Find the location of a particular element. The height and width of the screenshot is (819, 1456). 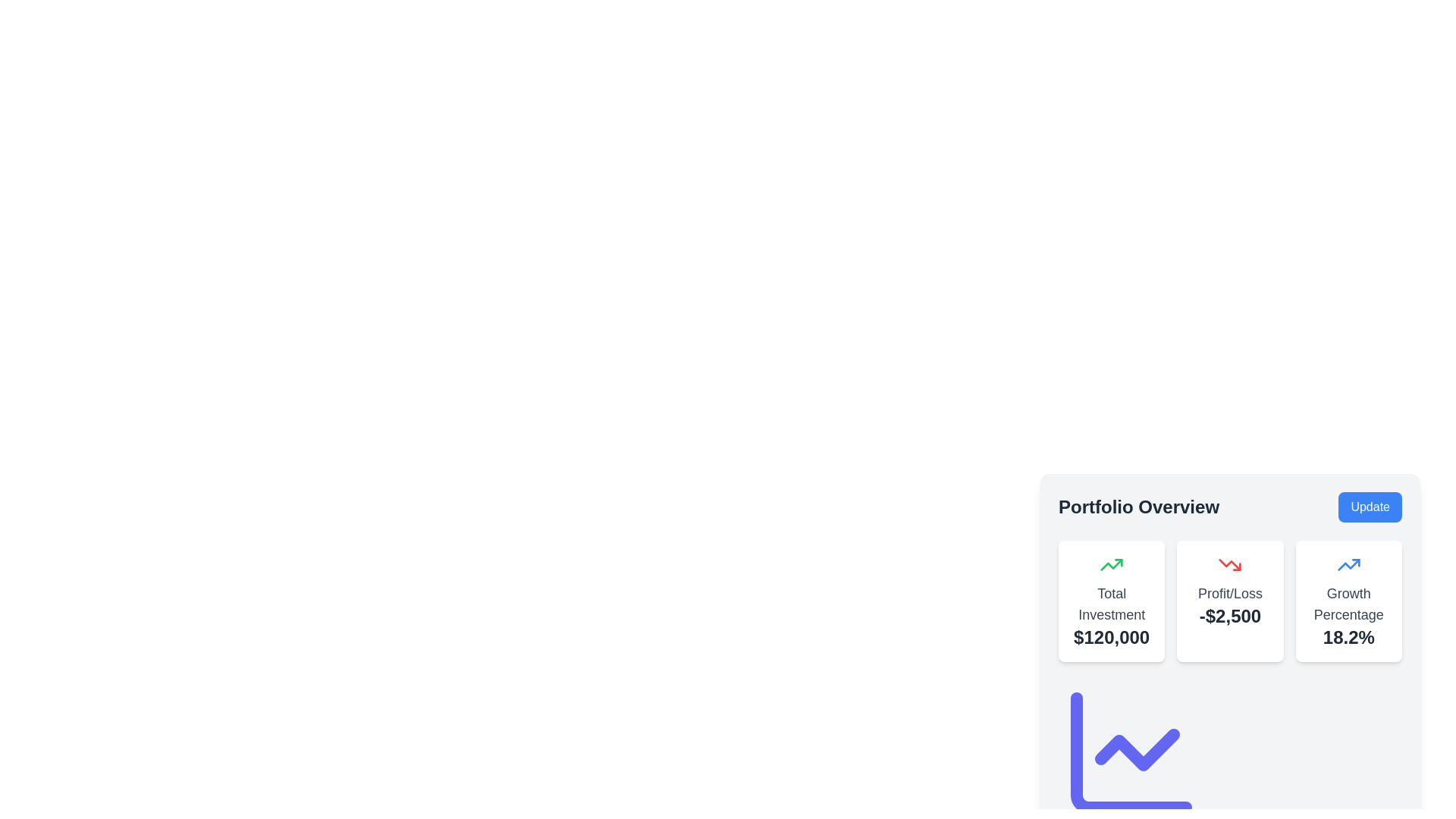

the 'Profit/Loss' card component, which features a white background, rounded corners, and contains an icon of a downward trend, the label 'Profit/Loss' in gray text, and the value '-$2,500' in bold black text is located at coordinates (1230, 601).